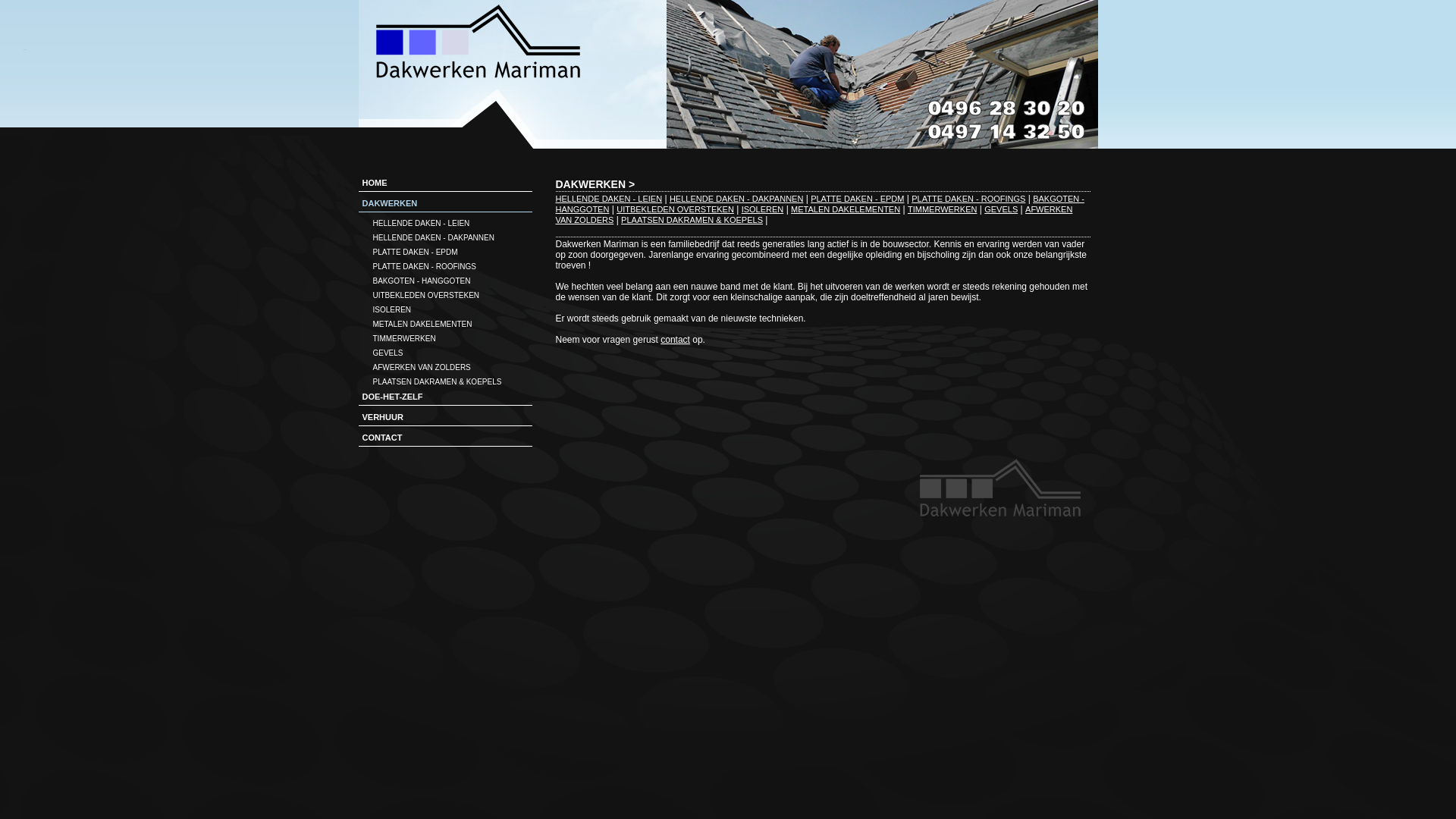  I want to click on 'BAKGOTEN - HANGGOTEN', so click(441, 280).